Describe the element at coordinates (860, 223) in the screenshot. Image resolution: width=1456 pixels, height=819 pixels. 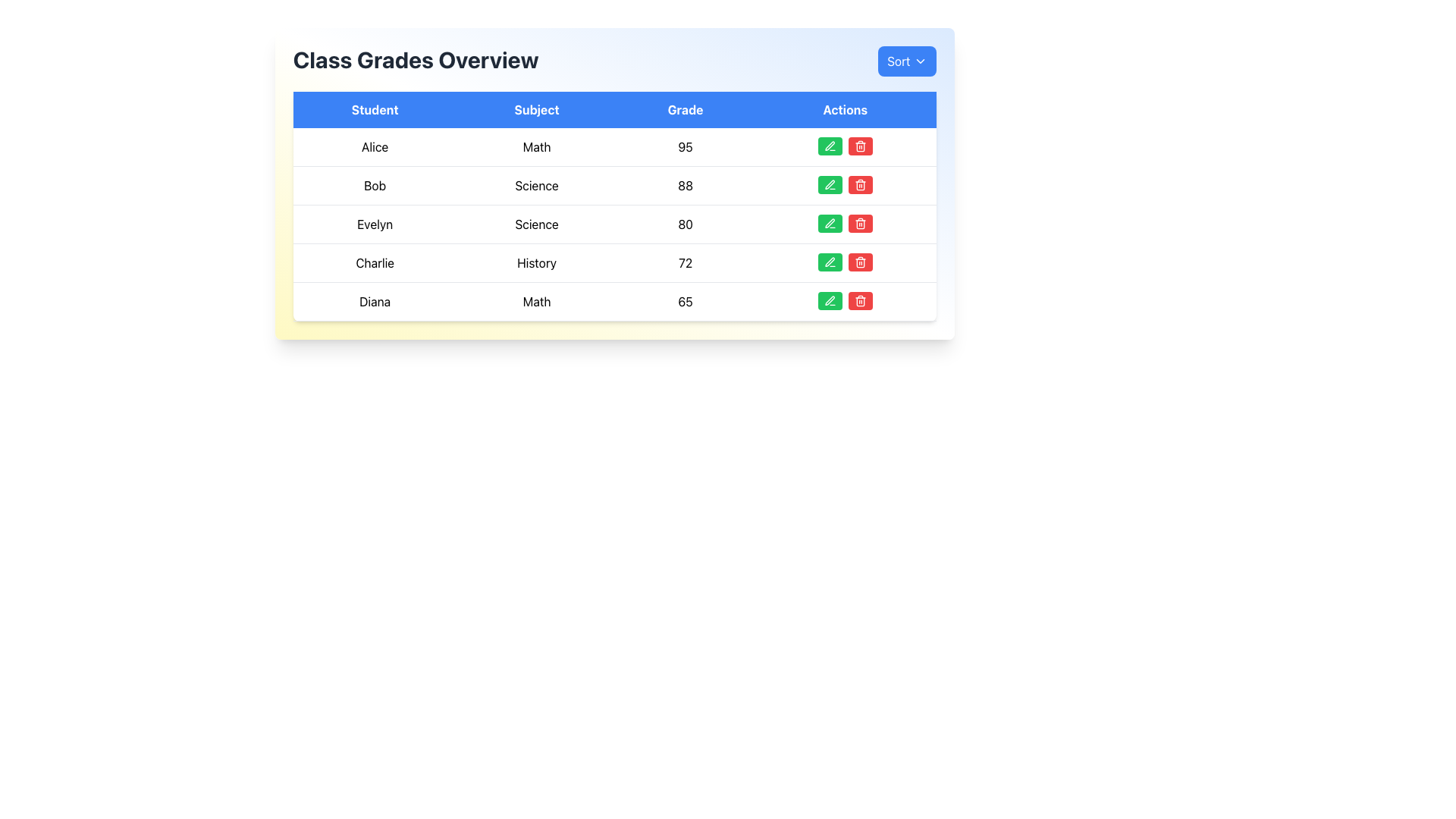
I see `the 'Delete' button represented by a trash can icon in the 'Actions' column of the fourth row of the table` at that location.